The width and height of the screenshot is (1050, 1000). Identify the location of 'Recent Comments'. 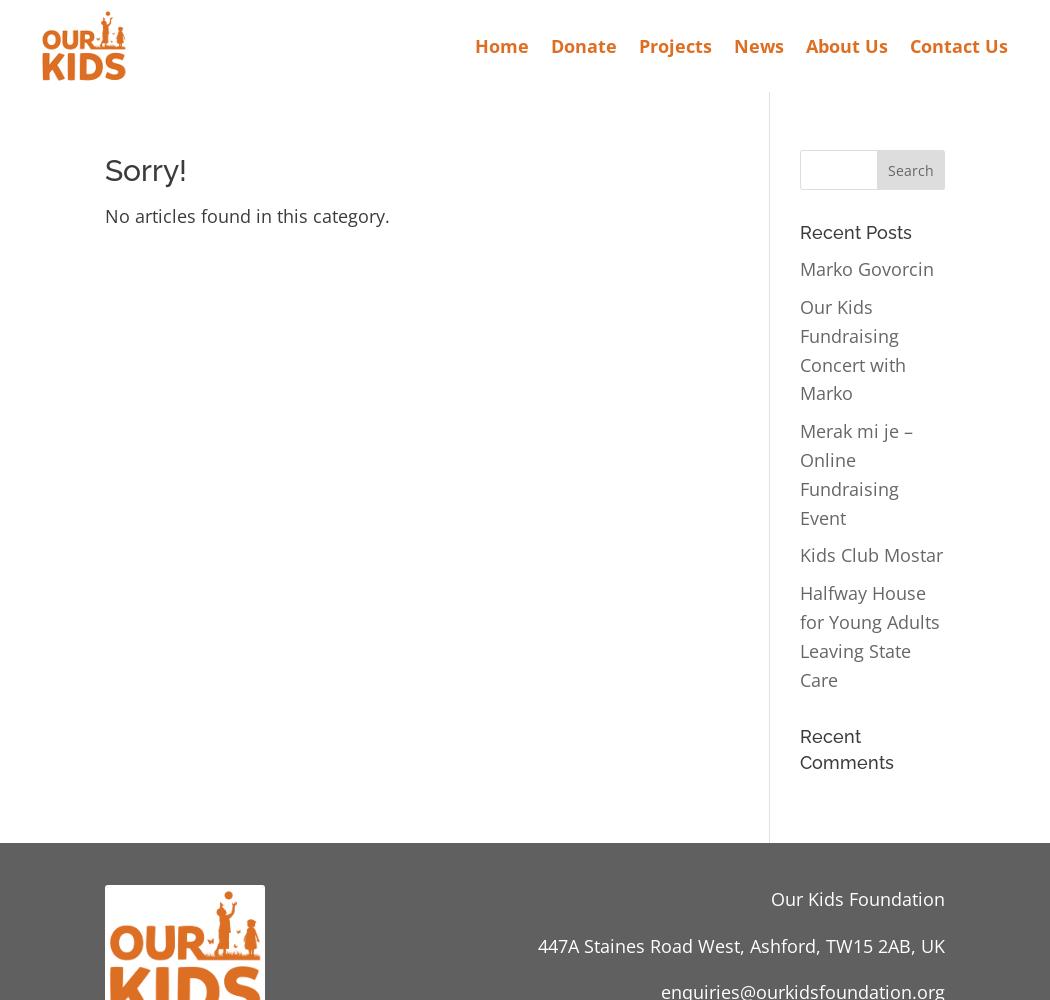
(798, 748).